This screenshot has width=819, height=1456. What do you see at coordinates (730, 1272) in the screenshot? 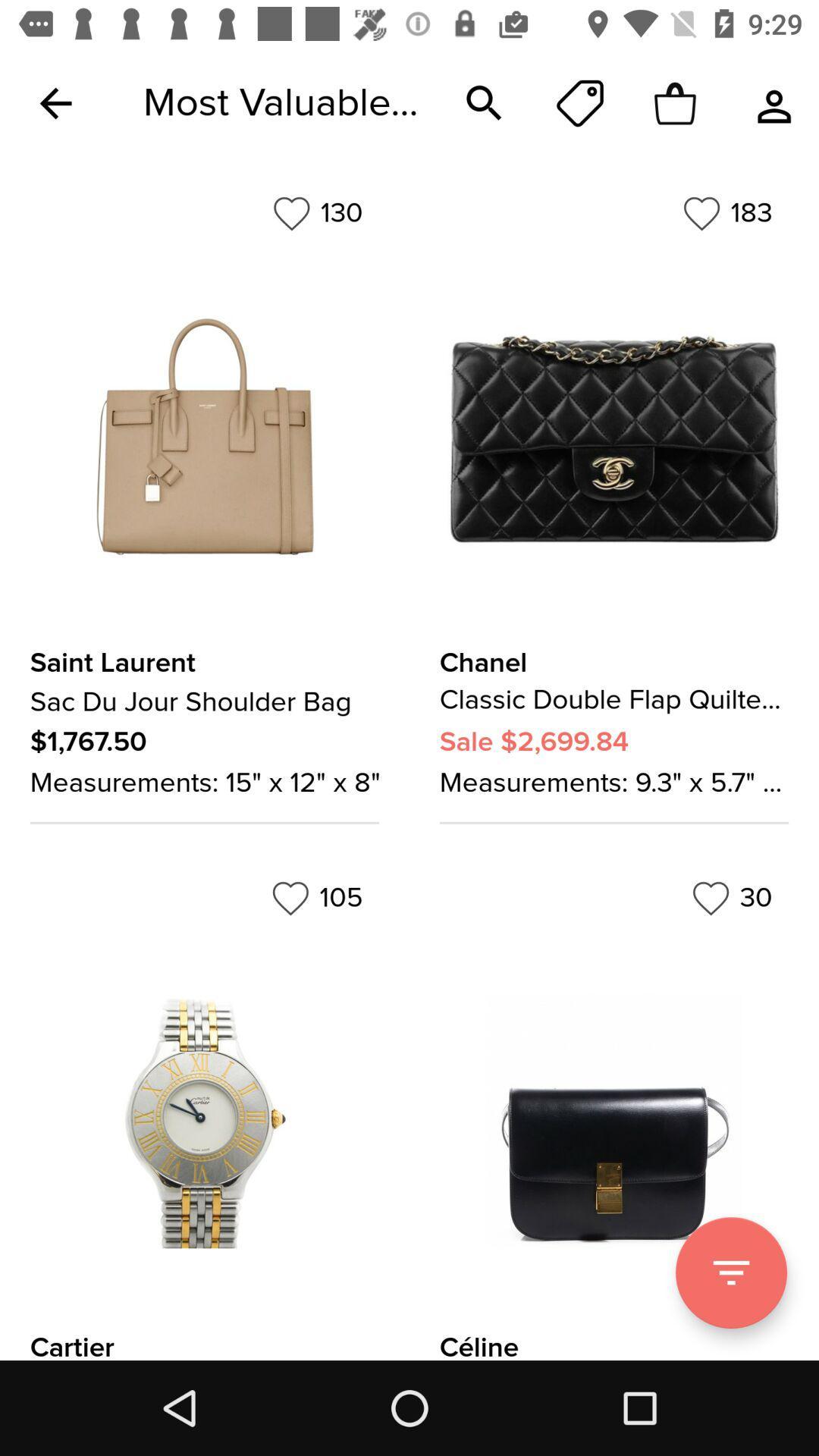
I see `scroll further down the page` at bounding box center [730, 1272].